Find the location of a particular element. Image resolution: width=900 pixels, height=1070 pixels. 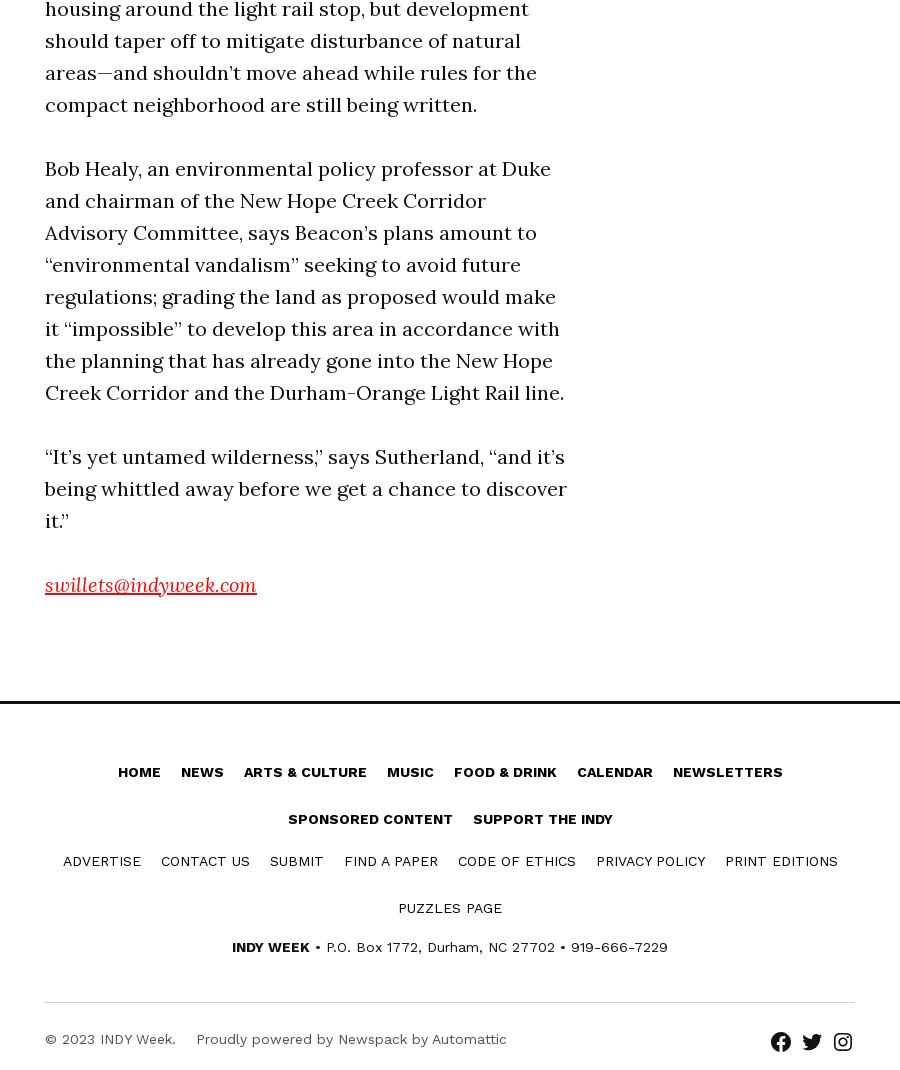

'Newsletters' is located at coordinates (726, 770).